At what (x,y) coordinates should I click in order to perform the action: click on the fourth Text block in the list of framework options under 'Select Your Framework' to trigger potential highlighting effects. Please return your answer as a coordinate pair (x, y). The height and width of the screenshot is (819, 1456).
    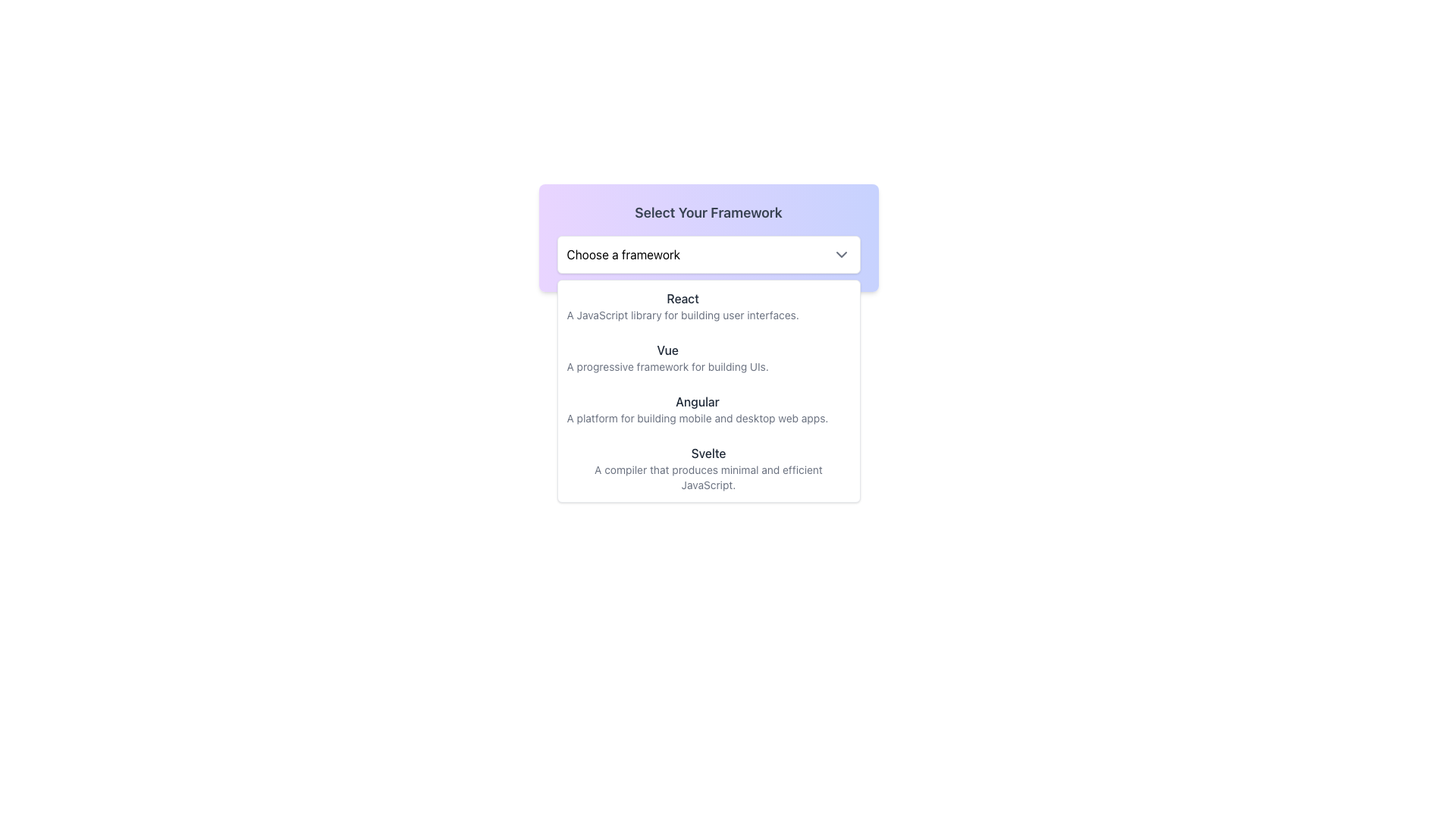
    Looking at the image, I should click on (708, 467).